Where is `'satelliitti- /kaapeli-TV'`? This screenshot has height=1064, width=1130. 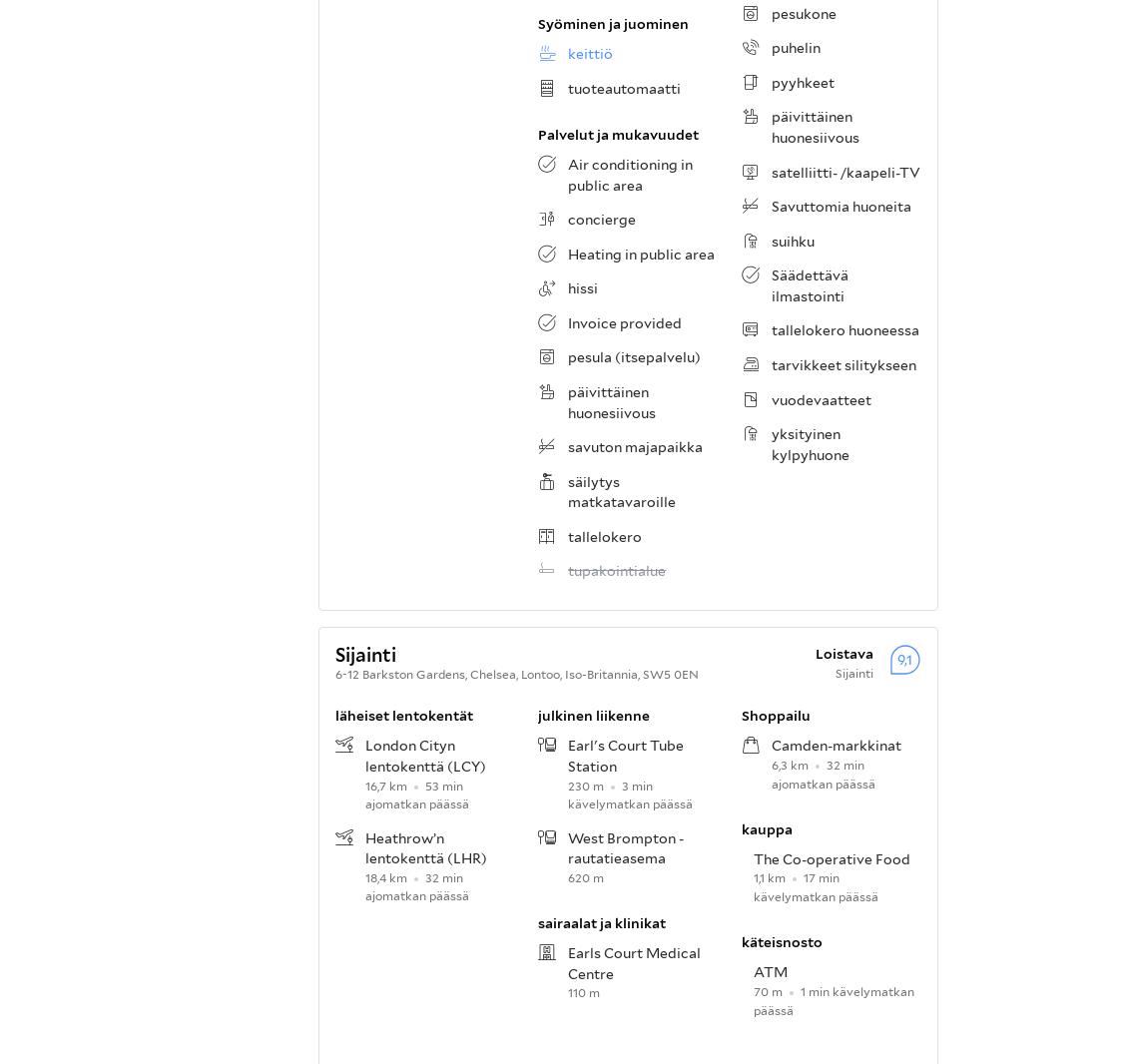 'satelliitti- /kaapeli-TV' is located at coordinates (771, 171).